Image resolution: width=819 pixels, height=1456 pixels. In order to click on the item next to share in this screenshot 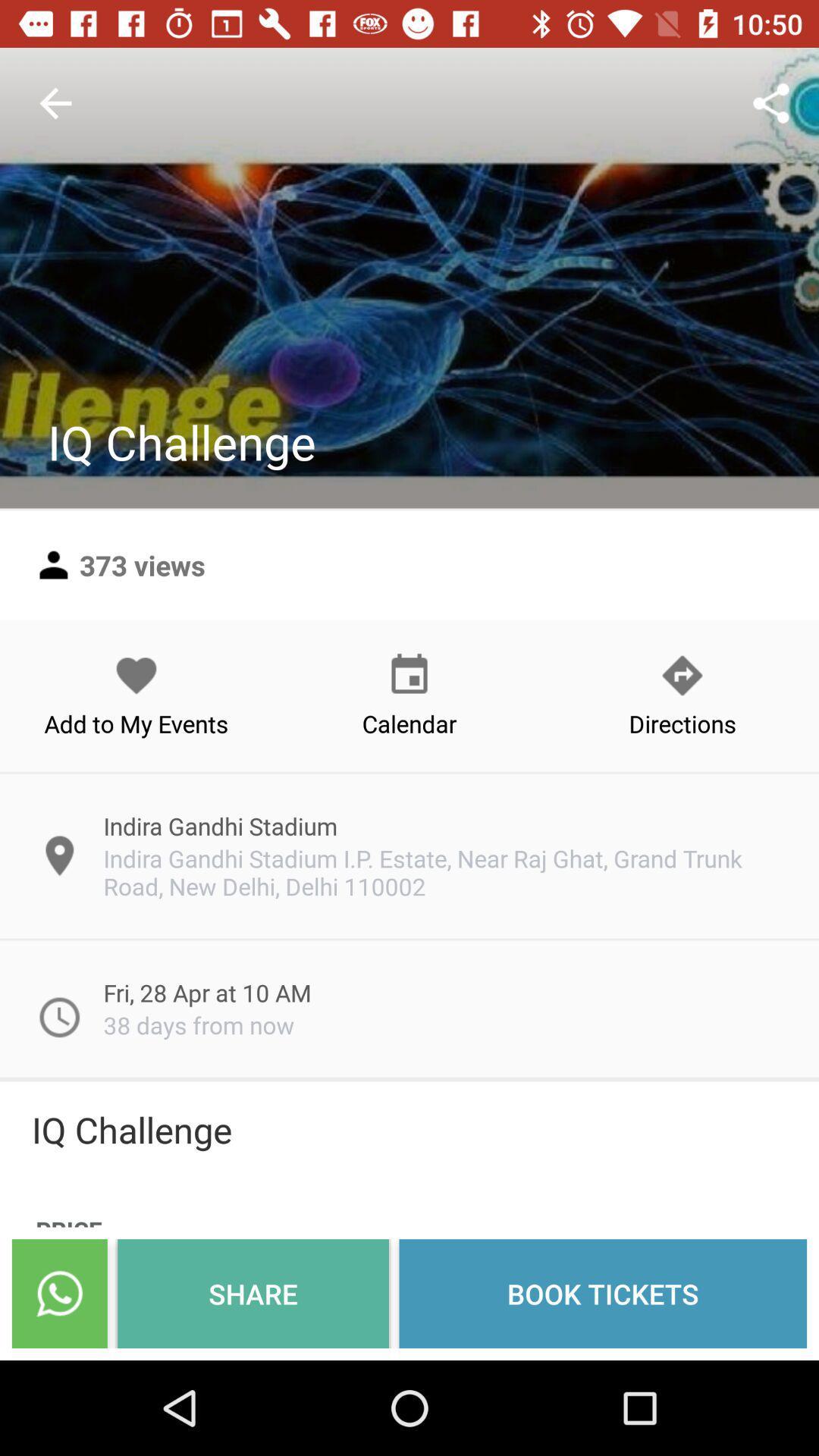, I will do `click(602, 1293)`.